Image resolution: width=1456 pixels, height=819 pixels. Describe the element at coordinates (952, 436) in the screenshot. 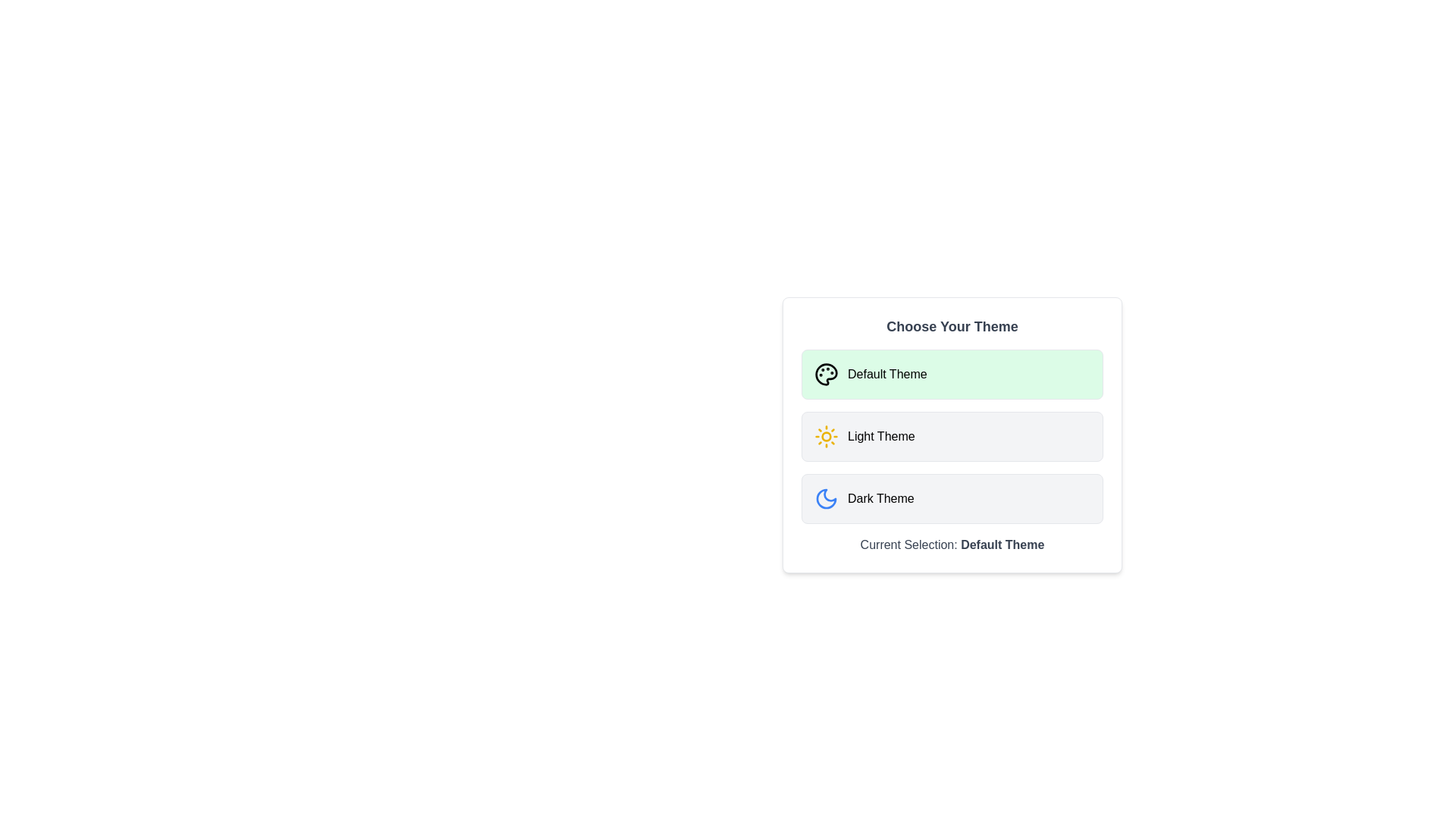

I see `the button corresponding to the theme Light Theme to observe its hover and focus effects` at that location.